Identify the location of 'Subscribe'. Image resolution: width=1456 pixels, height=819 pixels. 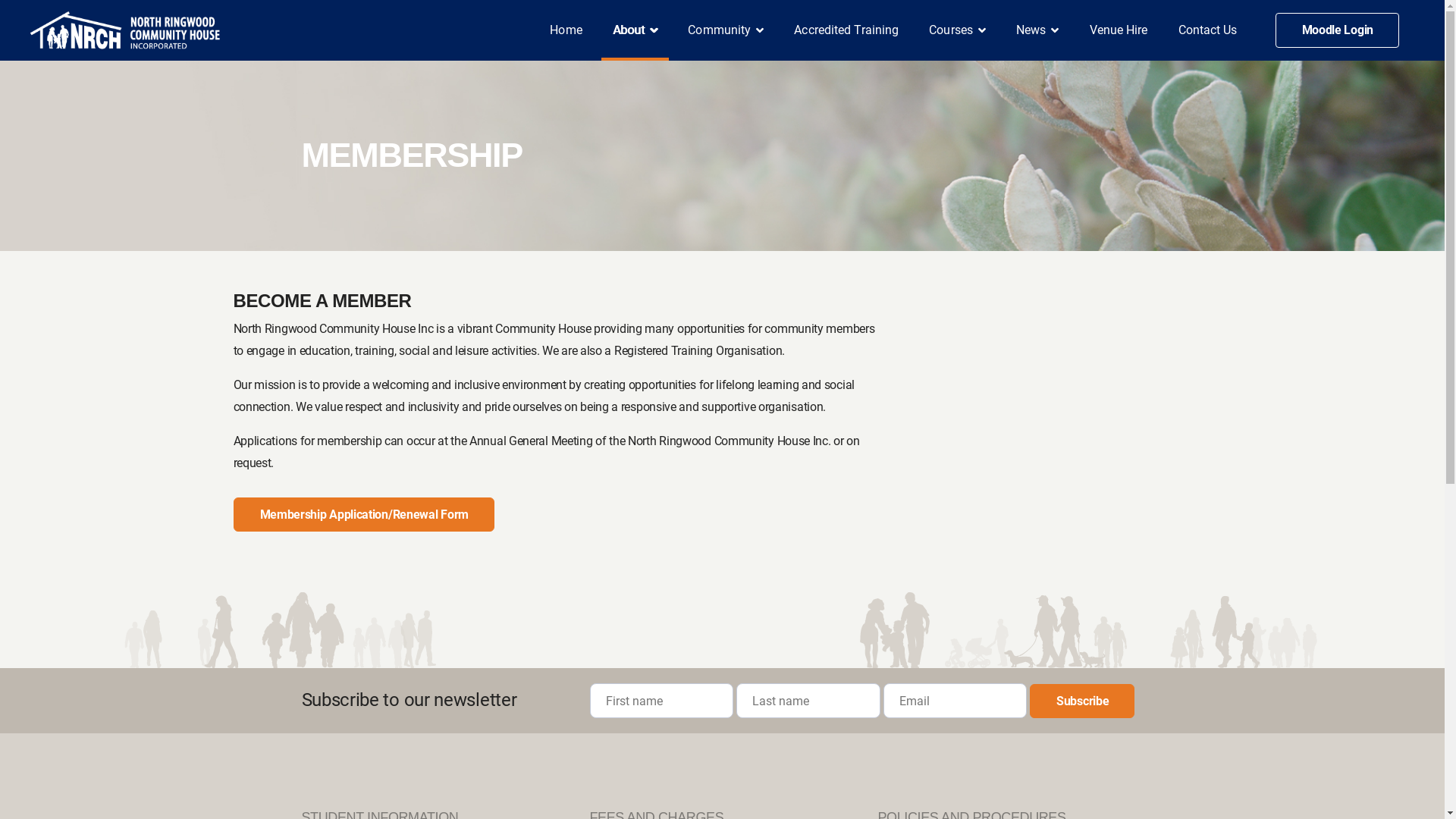
(1081, 701).